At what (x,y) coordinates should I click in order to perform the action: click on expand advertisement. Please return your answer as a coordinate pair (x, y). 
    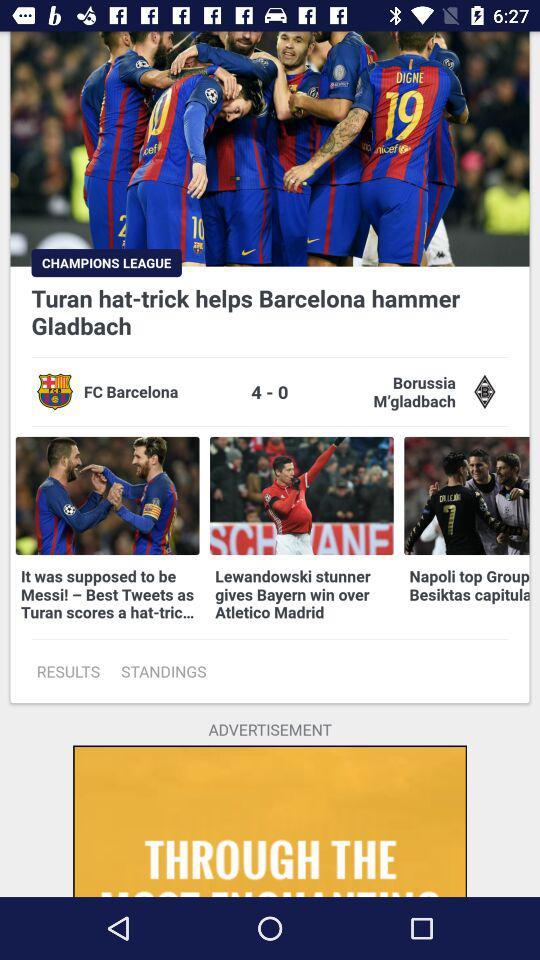
    Looking at the image, I should click on (270, 821).